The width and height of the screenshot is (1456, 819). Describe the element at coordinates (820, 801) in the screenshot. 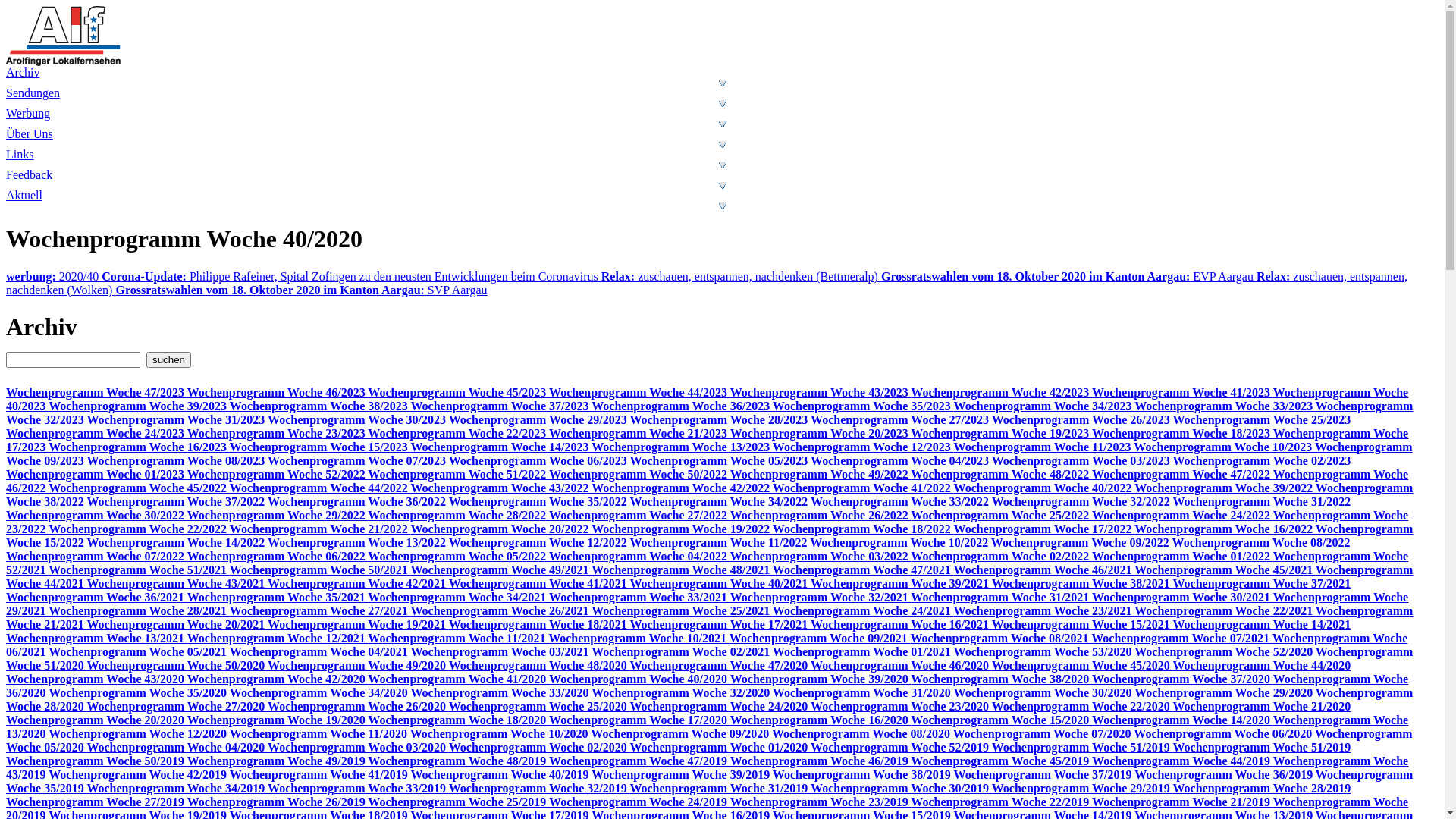

I see `'Wochenprogramm Woche 23/2019'` at that location.